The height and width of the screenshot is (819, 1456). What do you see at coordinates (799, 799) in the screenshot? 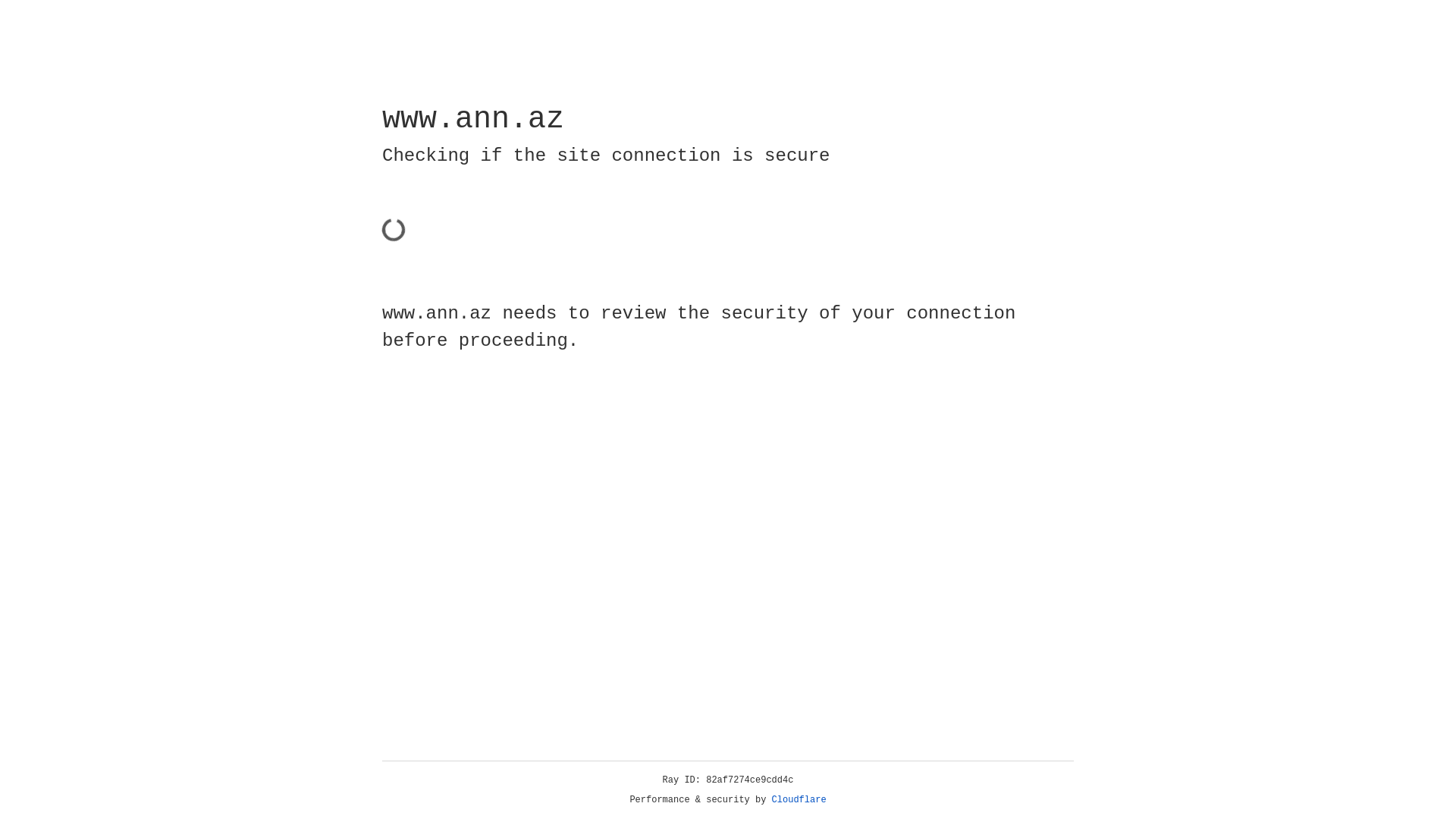
I see `'Cloudflare'` at bounding box center [799, 799].